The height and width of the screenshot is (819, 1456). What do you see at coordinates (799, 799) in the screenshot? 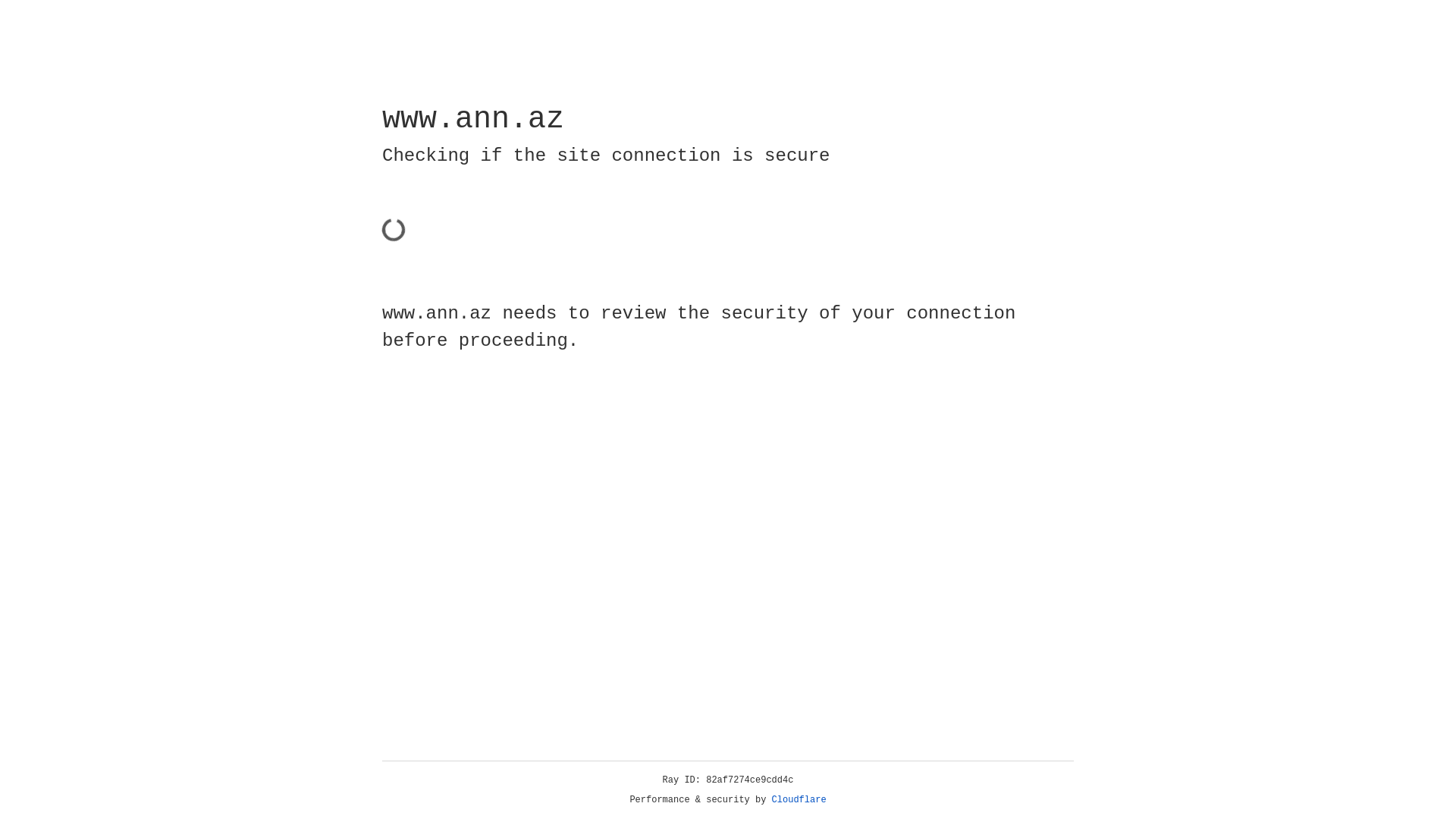
I see `'Cloudflare'` at bounding box center [799, 799].